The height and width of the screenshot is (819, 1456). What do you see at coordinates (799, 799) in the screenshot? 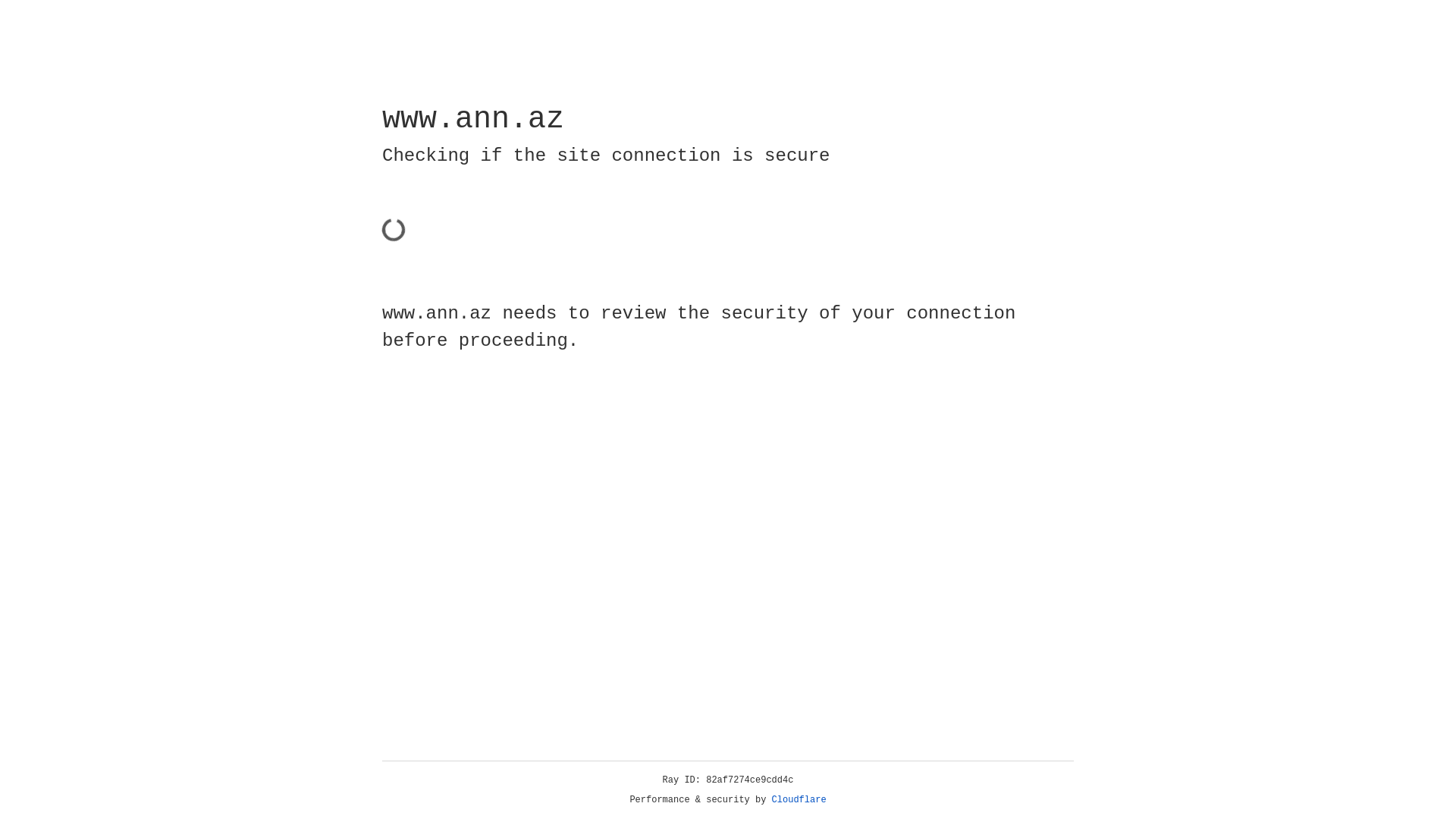
I see `'Cloudflare'` at bounding box center [799, 799].